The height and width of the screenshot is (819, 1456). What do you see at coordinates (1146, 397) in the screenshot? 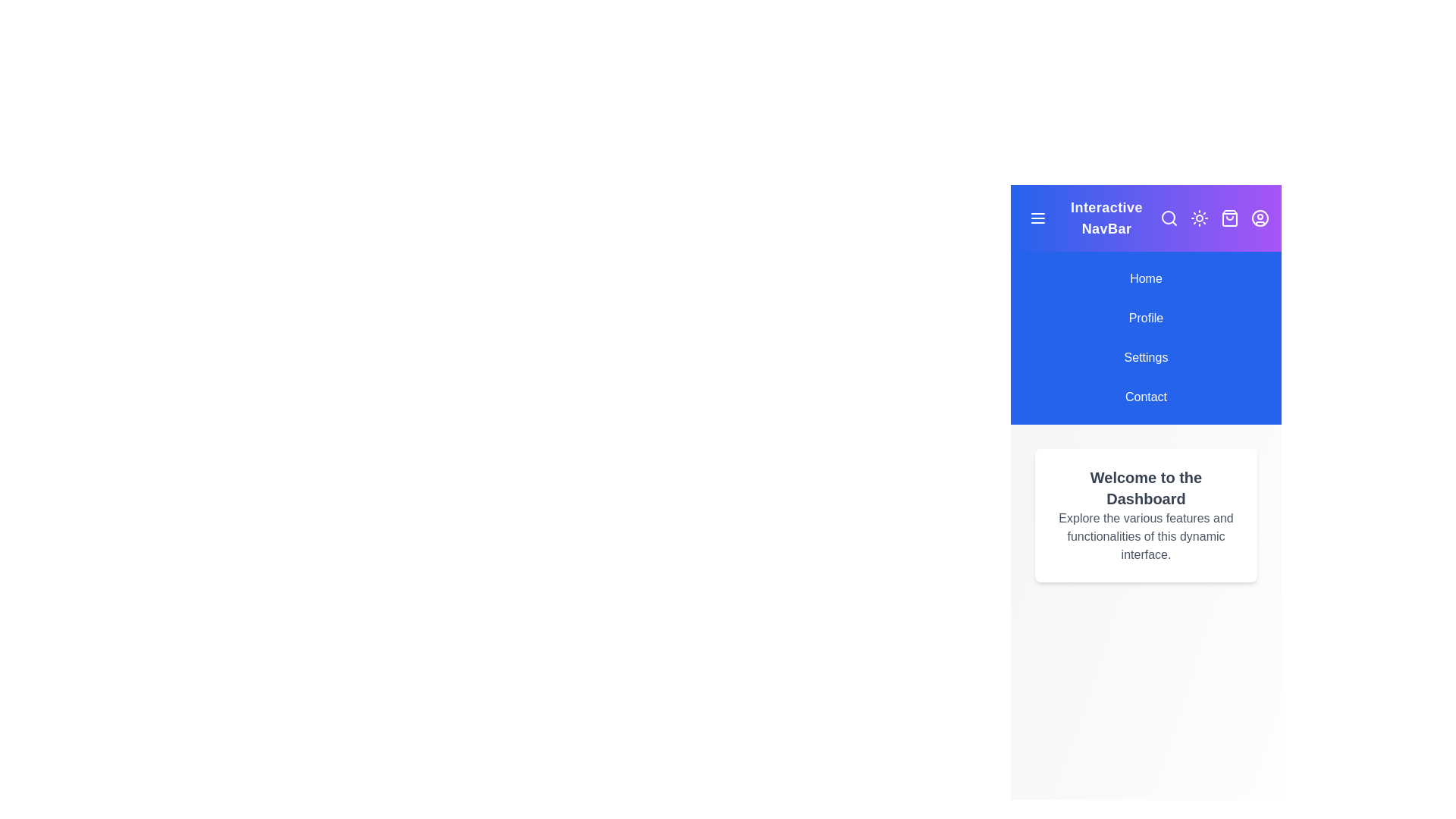
I see `the navigation item Contact` at bounding box center [1146, 397].